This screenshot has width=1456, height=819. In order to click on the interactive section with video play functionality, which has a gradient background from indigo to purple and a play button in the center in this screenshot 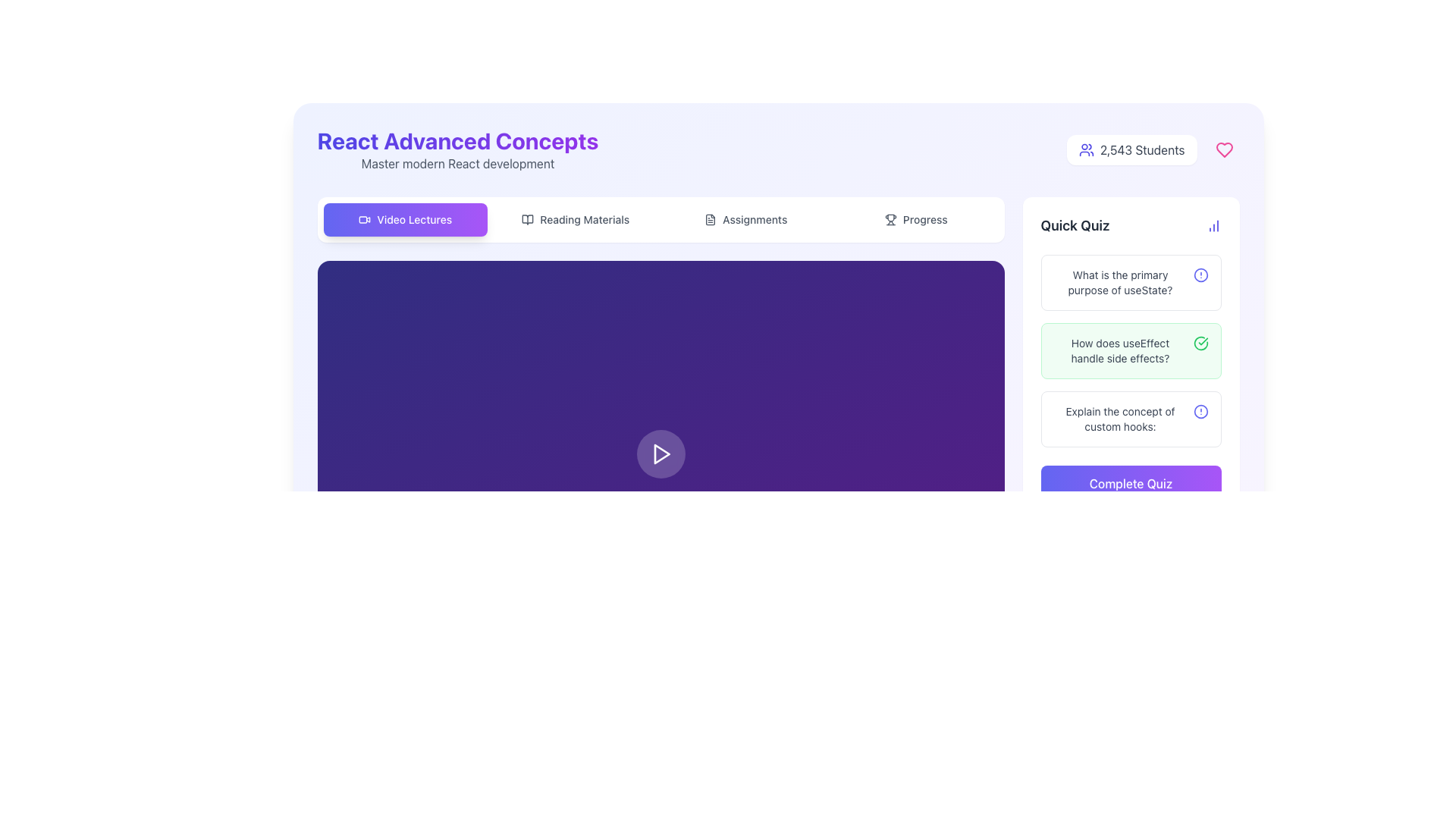, I will do `click(661, 453)`.